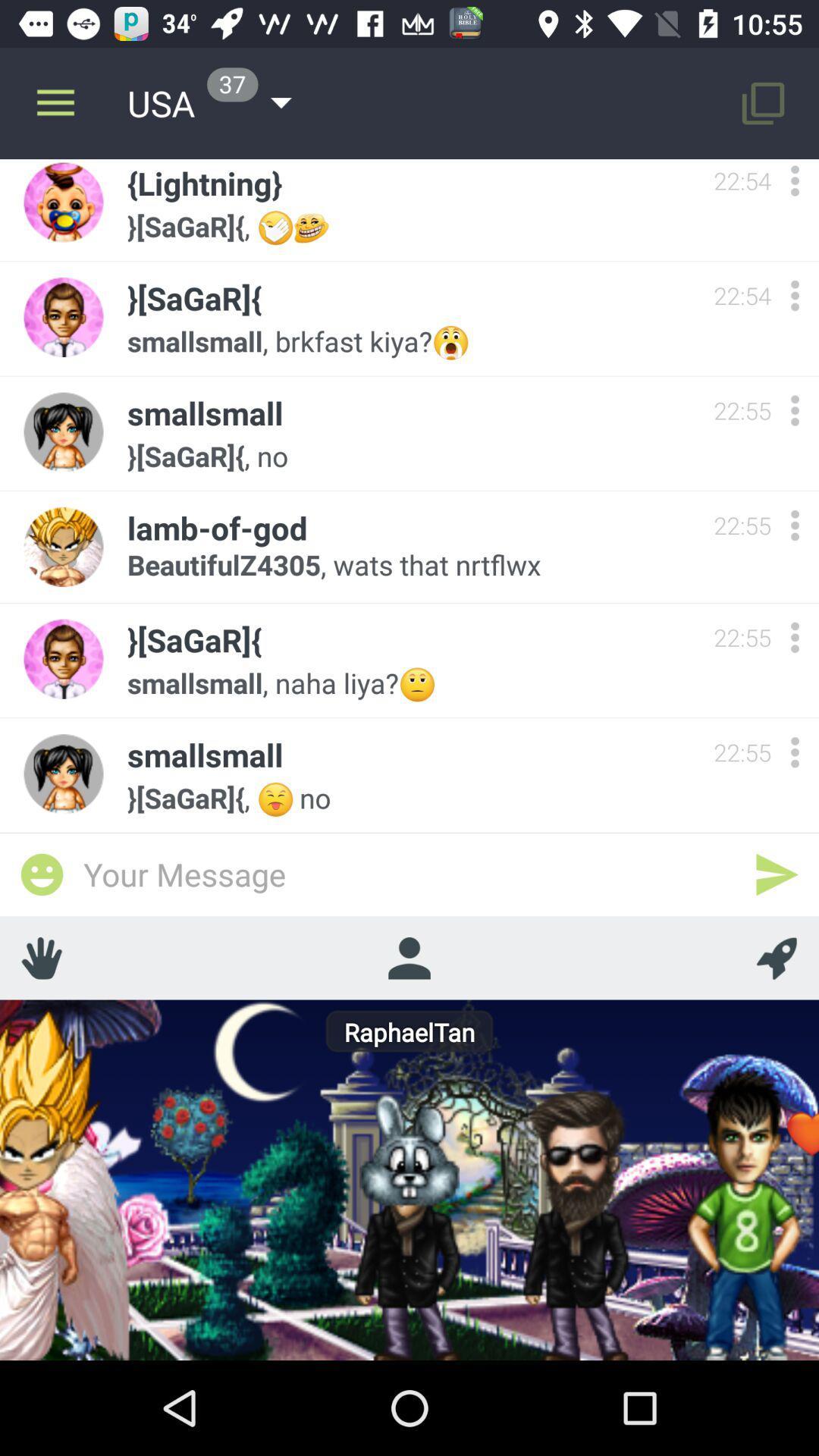 This screenshot has height=1456, width=819. I want to click on open file description, so click(794, 410).